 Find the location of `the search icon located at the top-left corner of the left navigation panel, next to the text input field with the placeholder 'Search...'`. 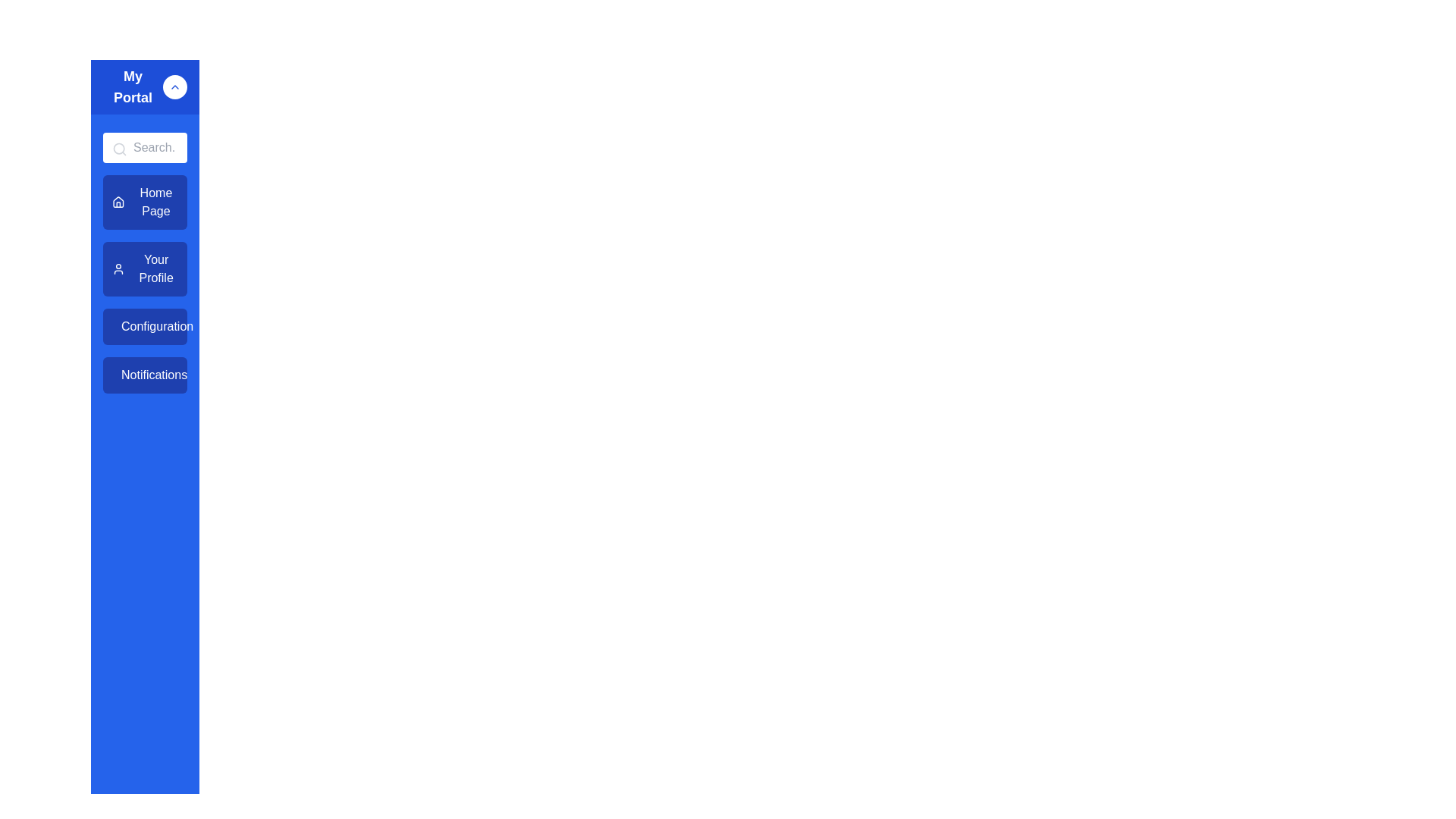

the search icon located at the top-left corner of the left navigation panel, next to the text input field with the placeholder 'Search...' is located at coordinates (119, 149).